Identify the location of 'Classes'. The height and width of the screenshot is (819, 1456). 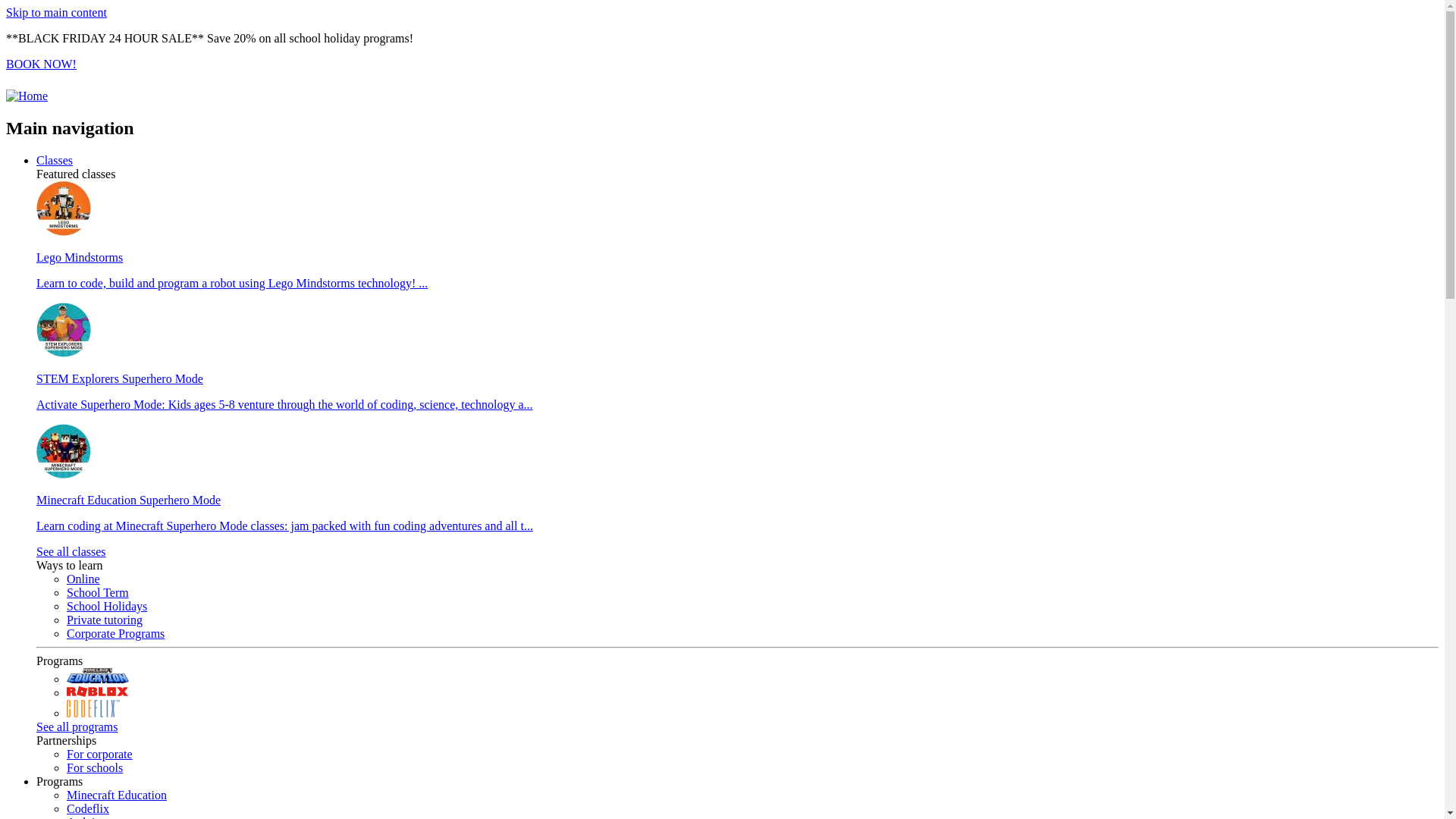
(55, 160).